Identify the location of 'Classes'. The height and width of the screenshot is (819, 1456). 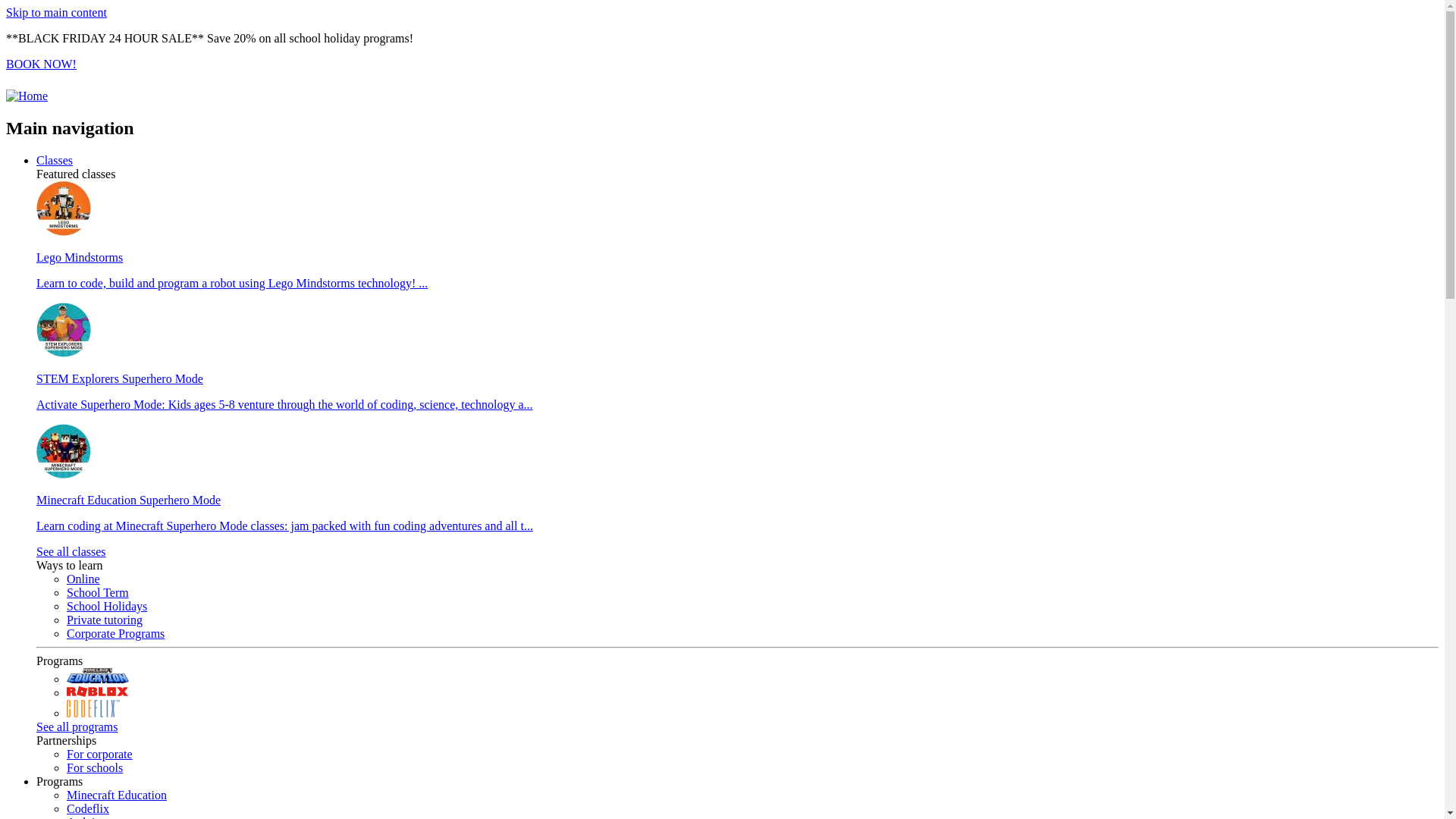
(55, 160).